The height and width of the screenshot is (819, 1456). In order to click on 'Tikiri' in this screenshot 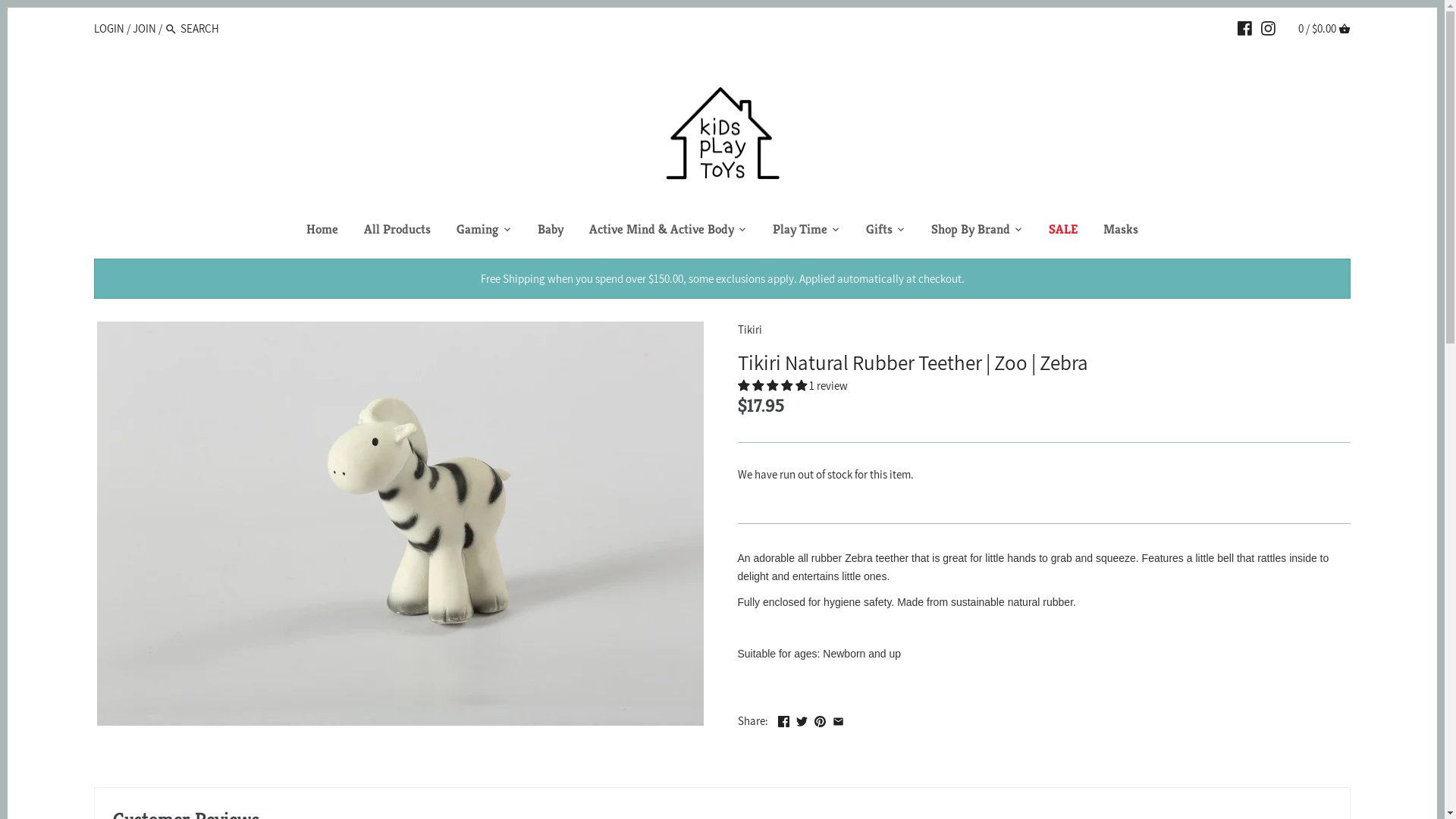, I will do `click(736, 328)`.